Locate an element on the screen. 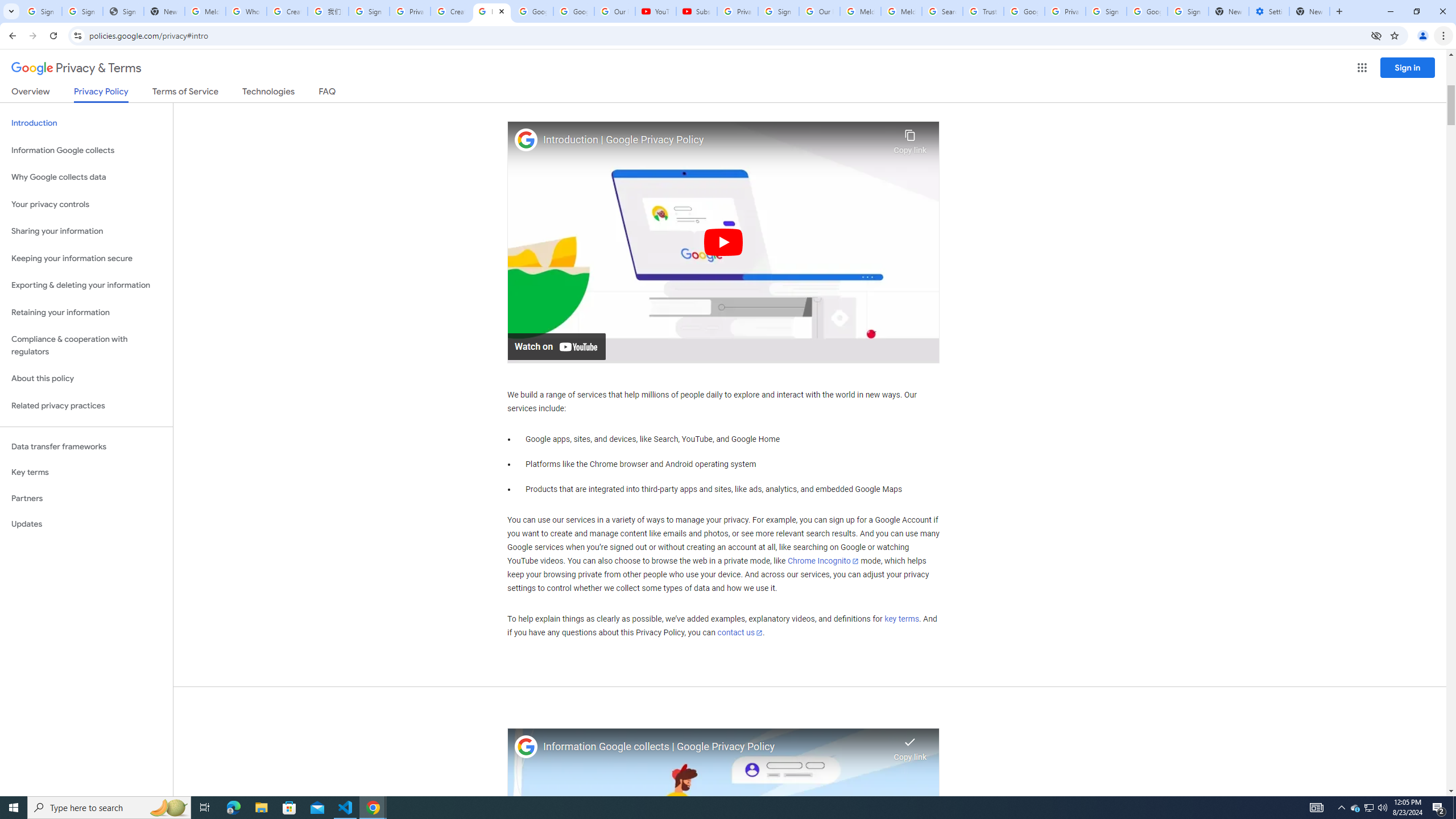 The width and height of the screenshot is (1456, 819). 'Exporting & deleting your information' is located at coordinates (86, 285).